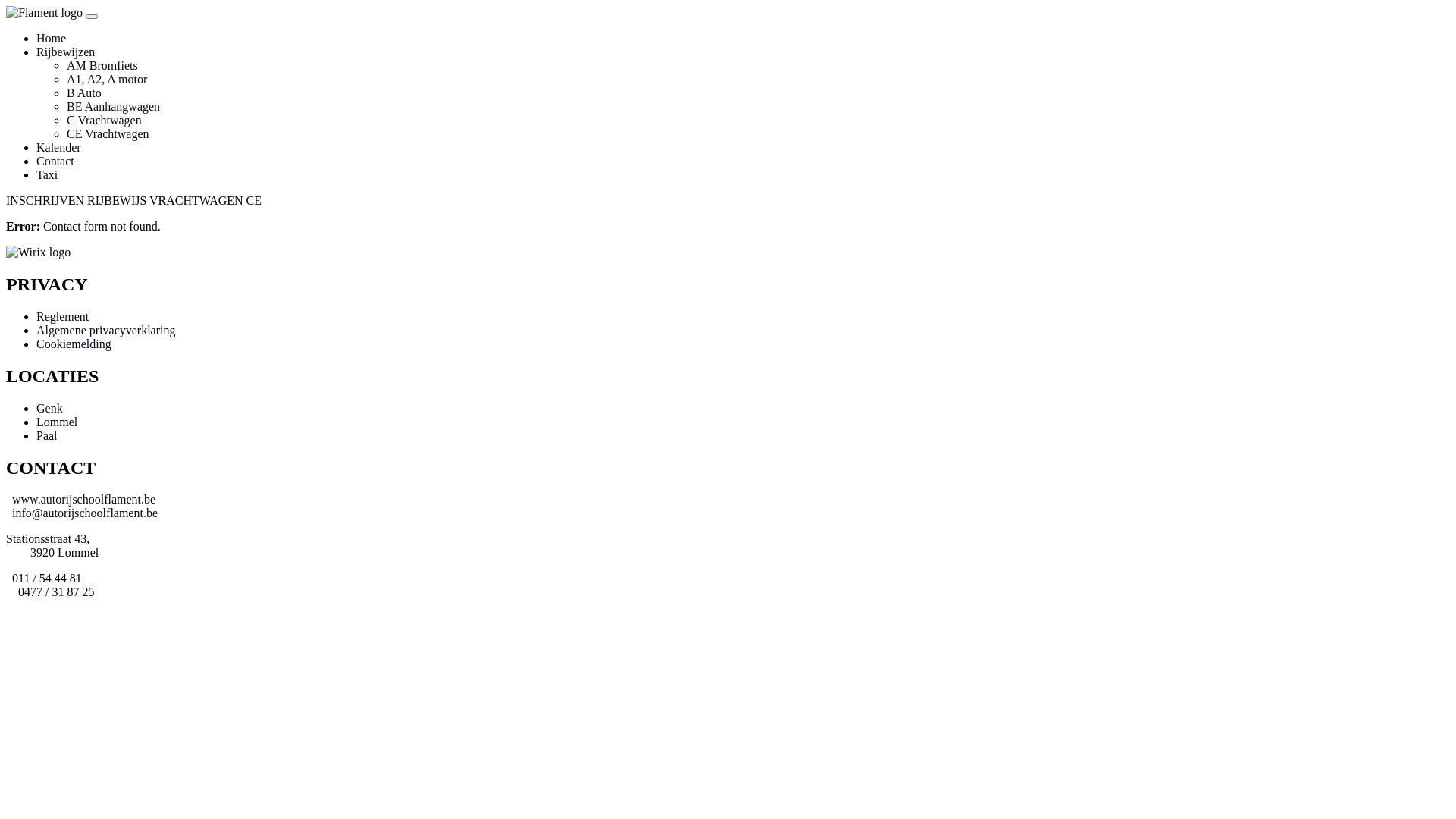  Describe the element at coordinates (47, 174) in the screenshot. I see `'Taxi'` at that location.